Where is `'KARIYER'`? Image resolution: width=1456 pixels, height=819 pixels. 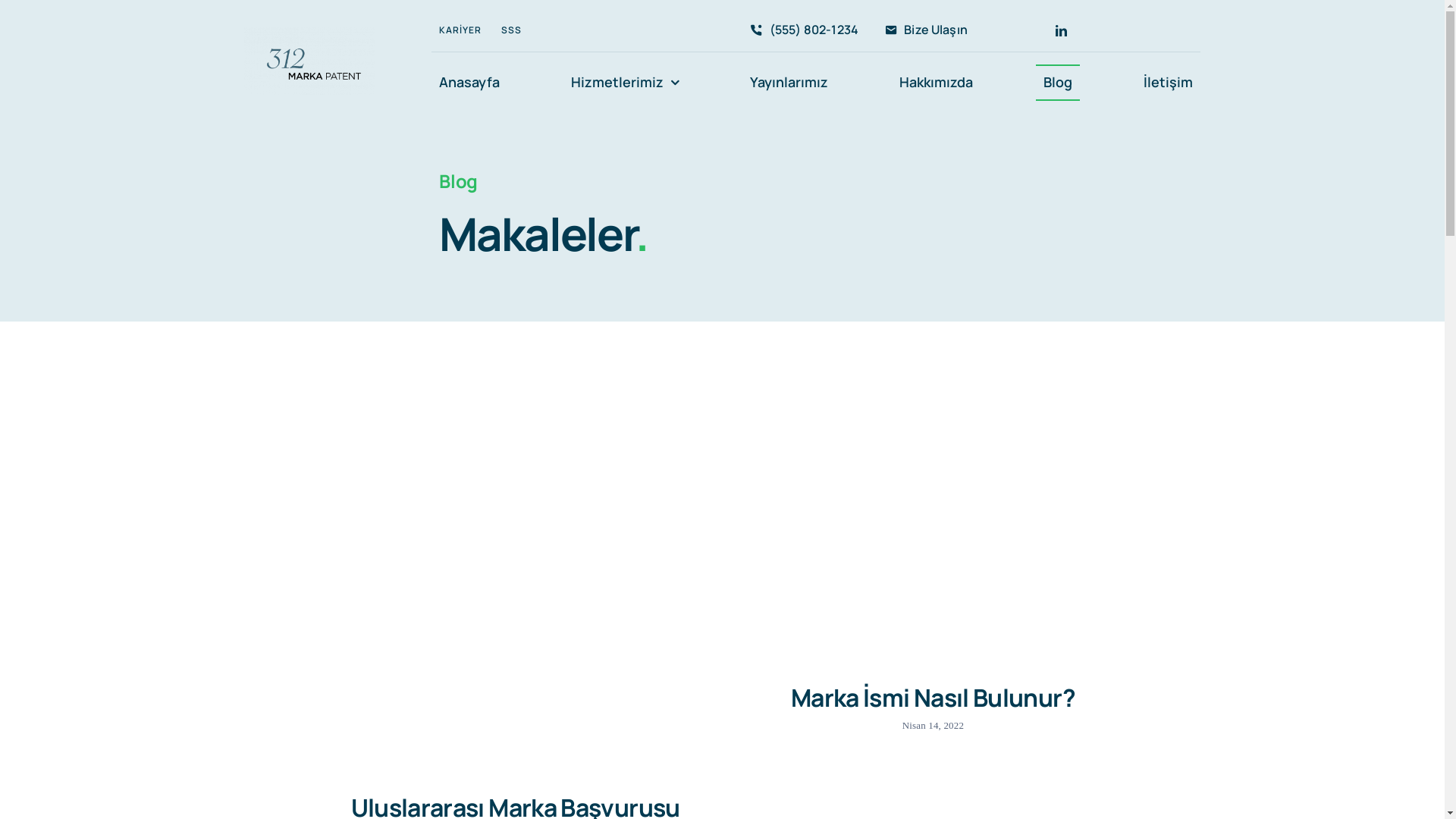
'KARIYER' is located at coordinates (459, 30).